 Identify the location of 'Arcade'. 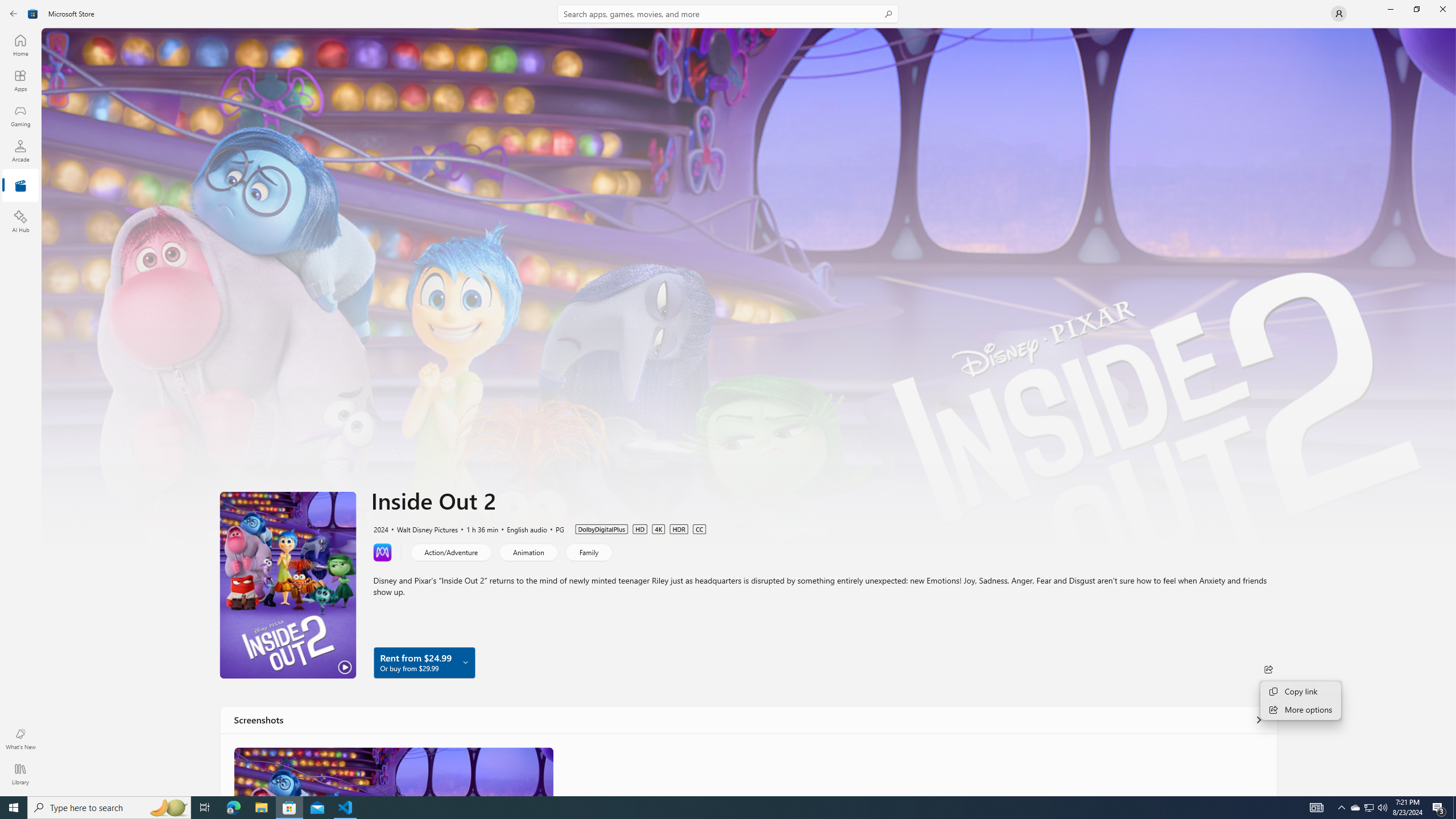
(19, 150).